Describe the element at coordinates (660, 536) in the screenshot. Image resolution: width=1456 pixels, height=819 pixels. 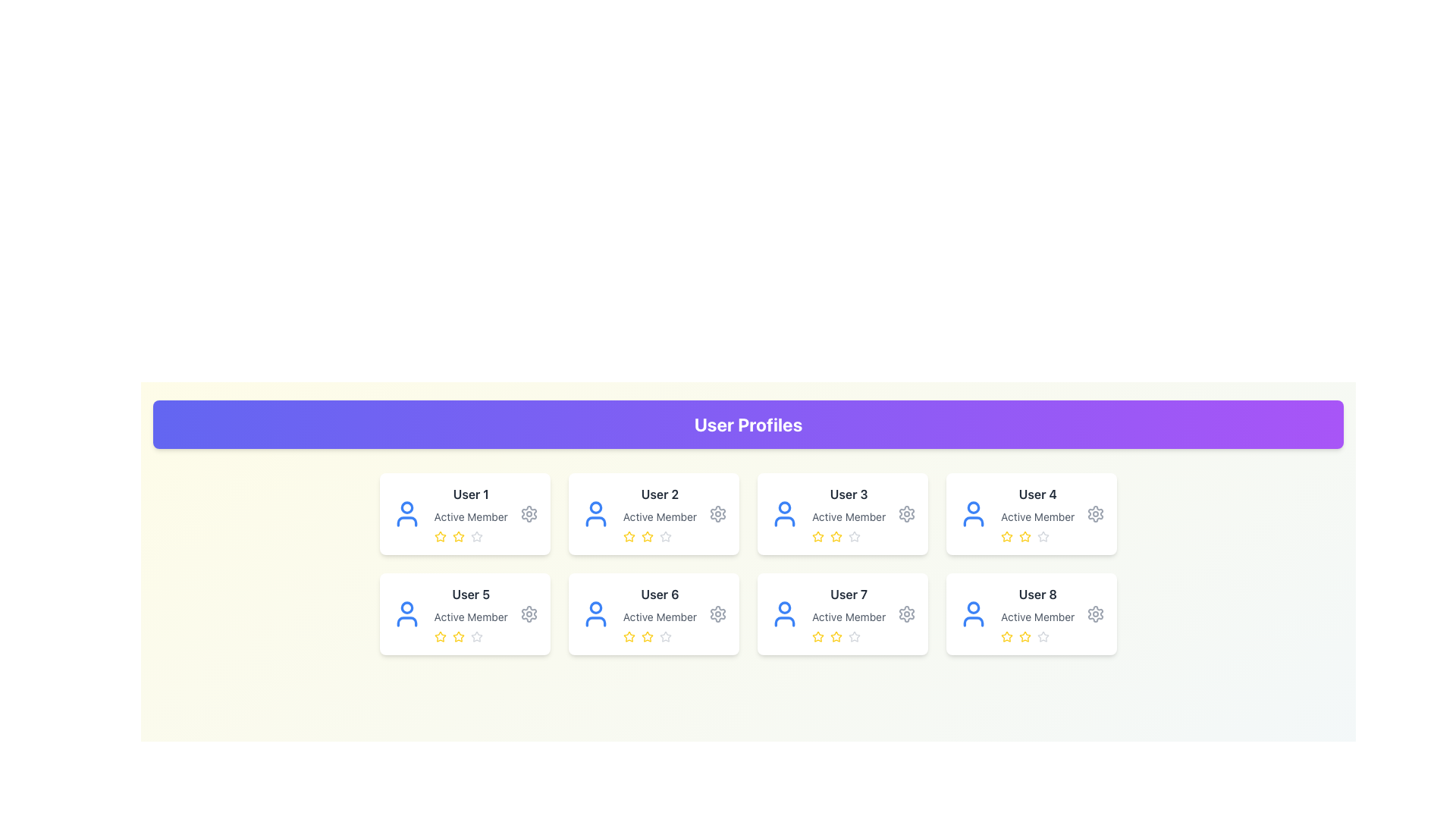
I see `on a star in the Star rating component located at the bottom section of the card for 'User 2', below the text 'Active Member'` at that location.